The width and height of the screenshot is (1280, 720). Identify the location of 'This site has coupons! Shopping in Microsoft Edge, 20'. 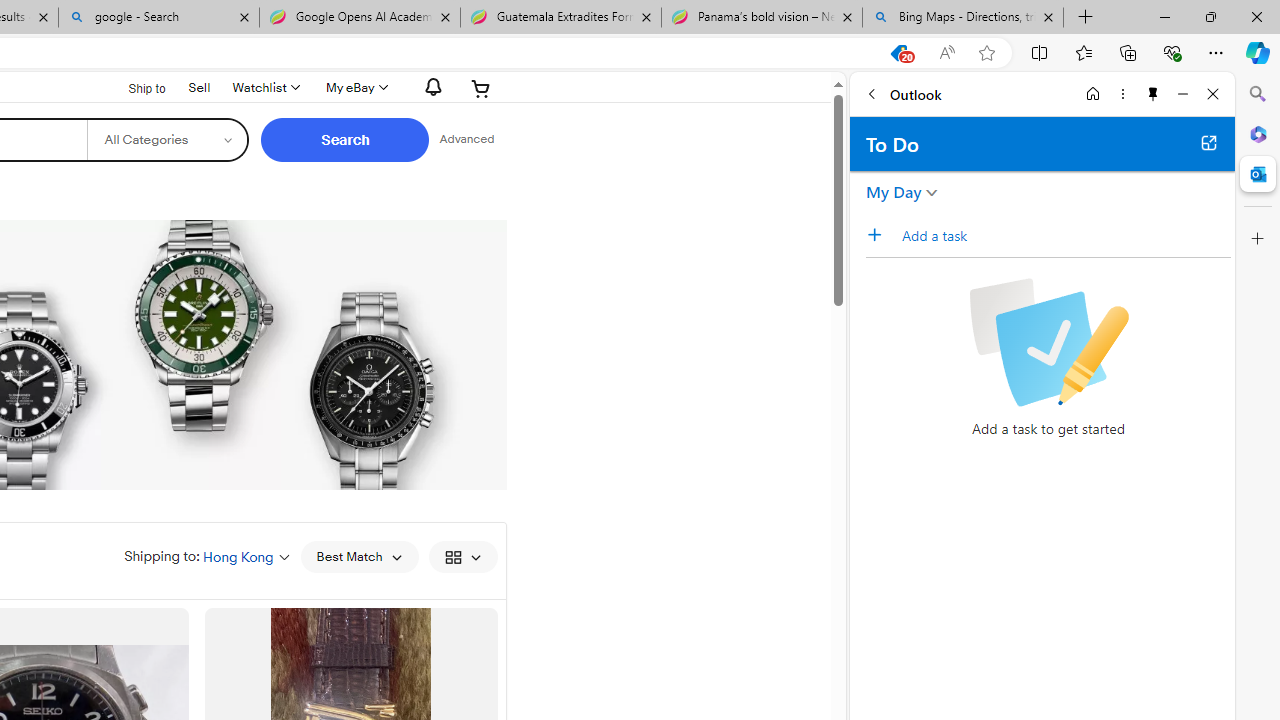
(897, 52).